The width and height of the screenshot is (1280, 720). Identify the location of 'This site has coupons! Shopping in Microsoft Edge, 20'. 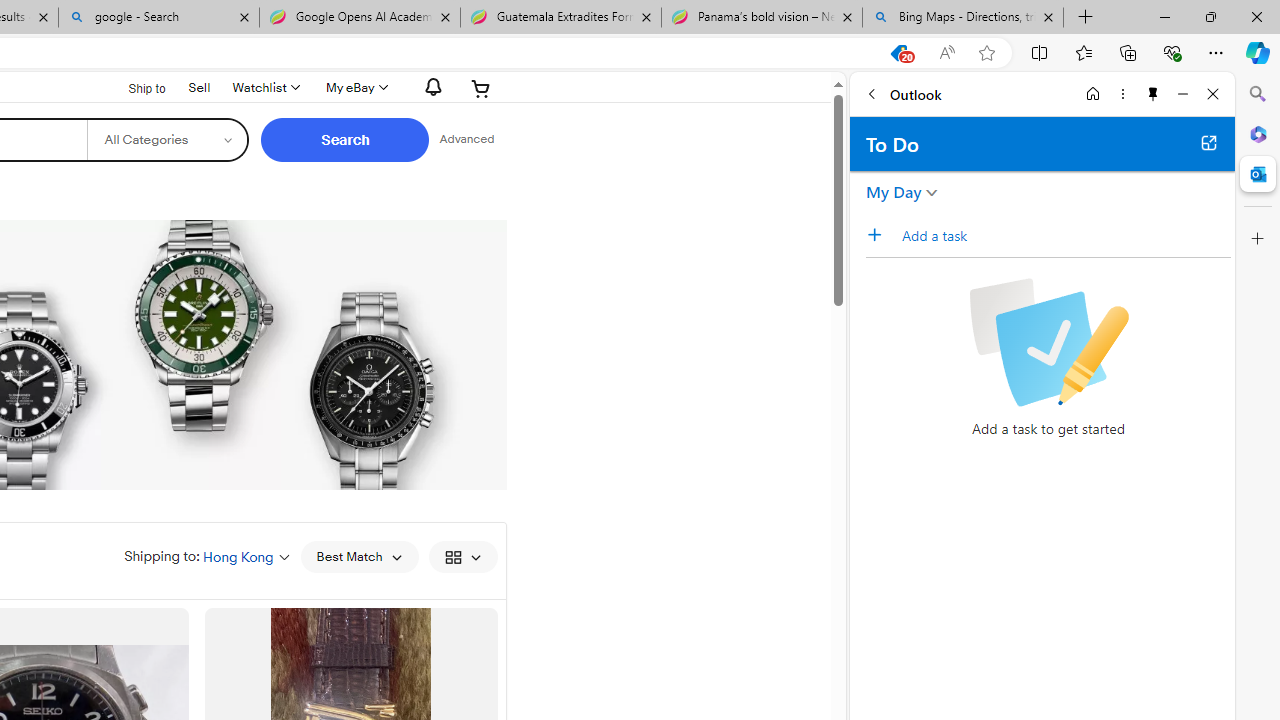
(897, 52).